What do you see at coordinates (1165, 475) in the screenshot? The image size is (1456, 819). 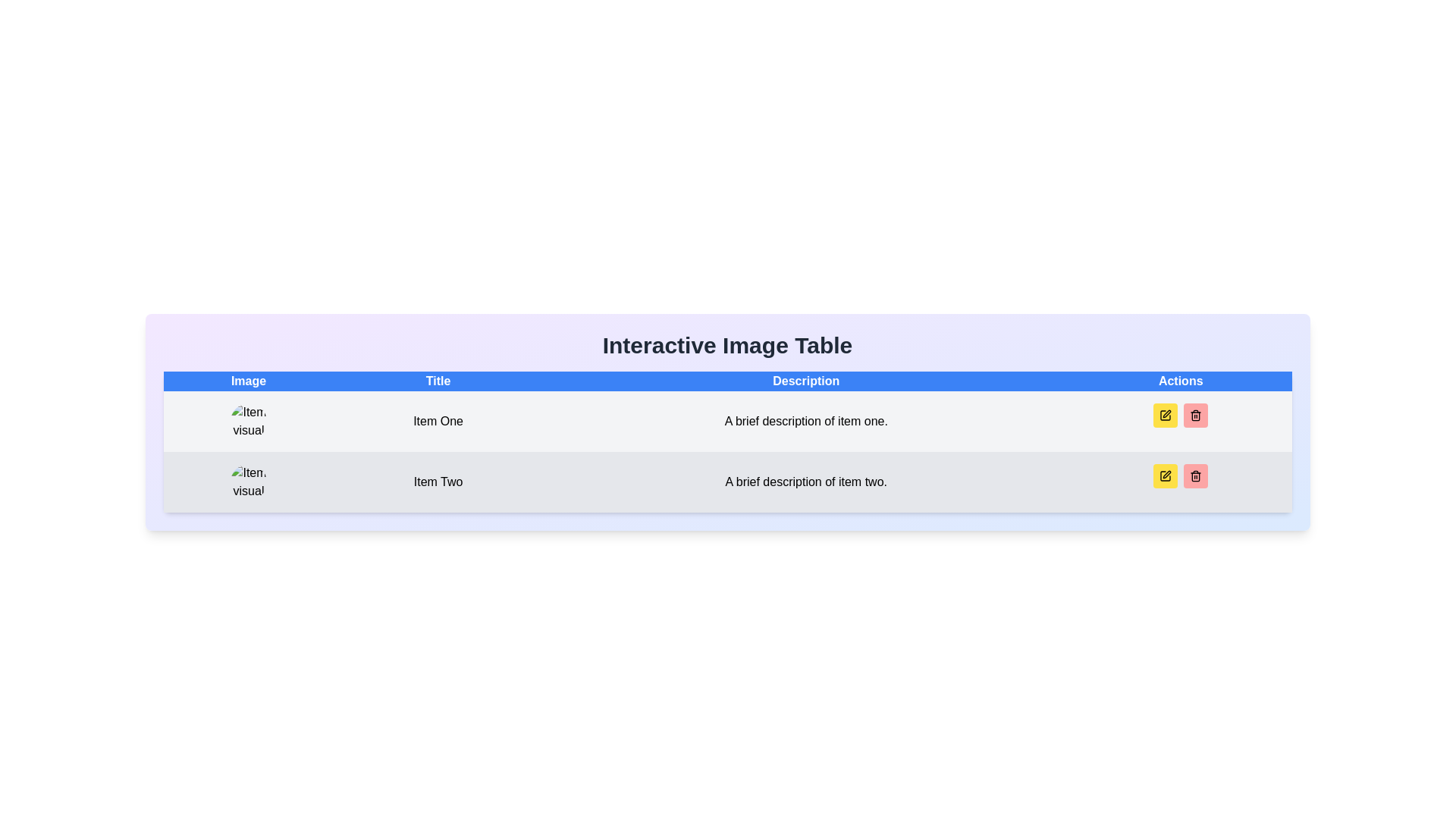 I see `the edit button located in the second row of the 'Actions' column of the interactive table, which is positioned to the left of the red trash can icon` at bounding box center [1165, 475].